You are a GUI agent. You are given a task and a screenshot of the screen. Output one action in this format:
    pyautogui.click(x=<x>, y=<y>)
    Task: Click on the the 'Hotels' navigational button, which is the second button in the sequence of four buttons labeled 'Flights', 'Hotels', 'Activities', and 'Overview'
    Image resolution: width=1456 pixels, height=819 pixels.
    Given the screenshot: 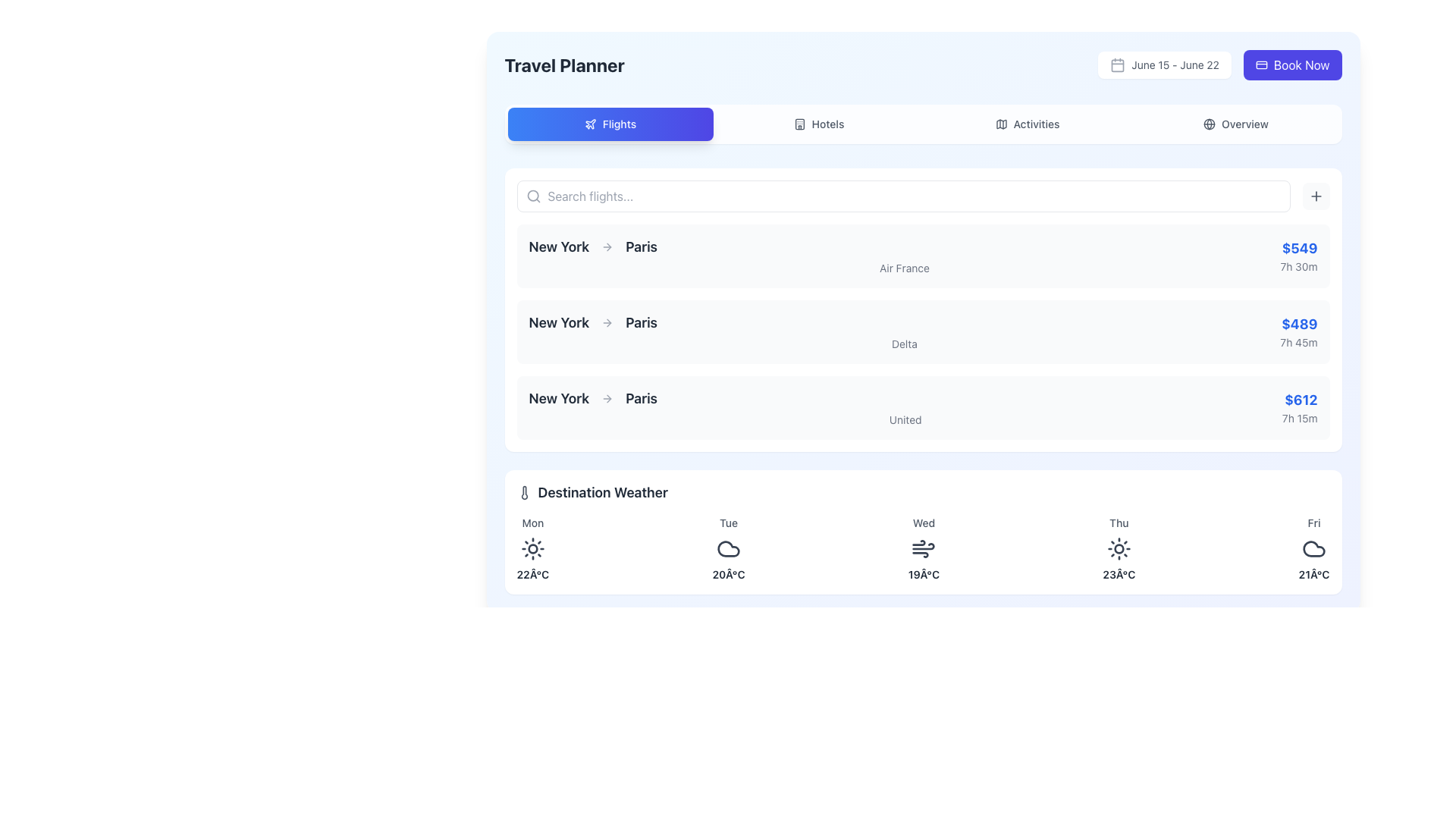 What is the action you would take?
    pyautogui.click(x=818, y=124)
    